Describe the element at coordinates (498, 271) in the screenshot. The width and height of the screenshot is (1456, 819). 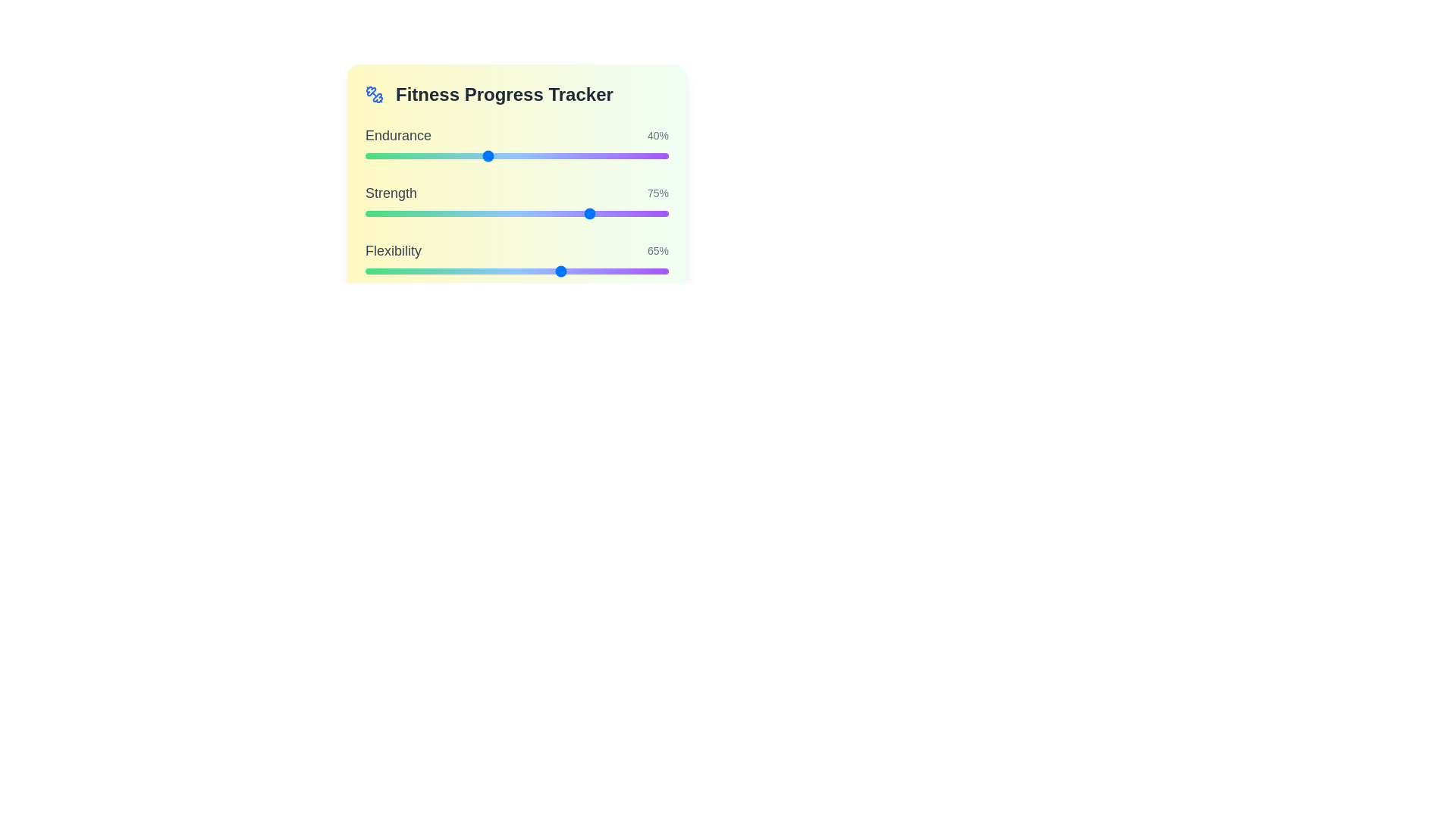
I see `flexibility percentage` at that location.